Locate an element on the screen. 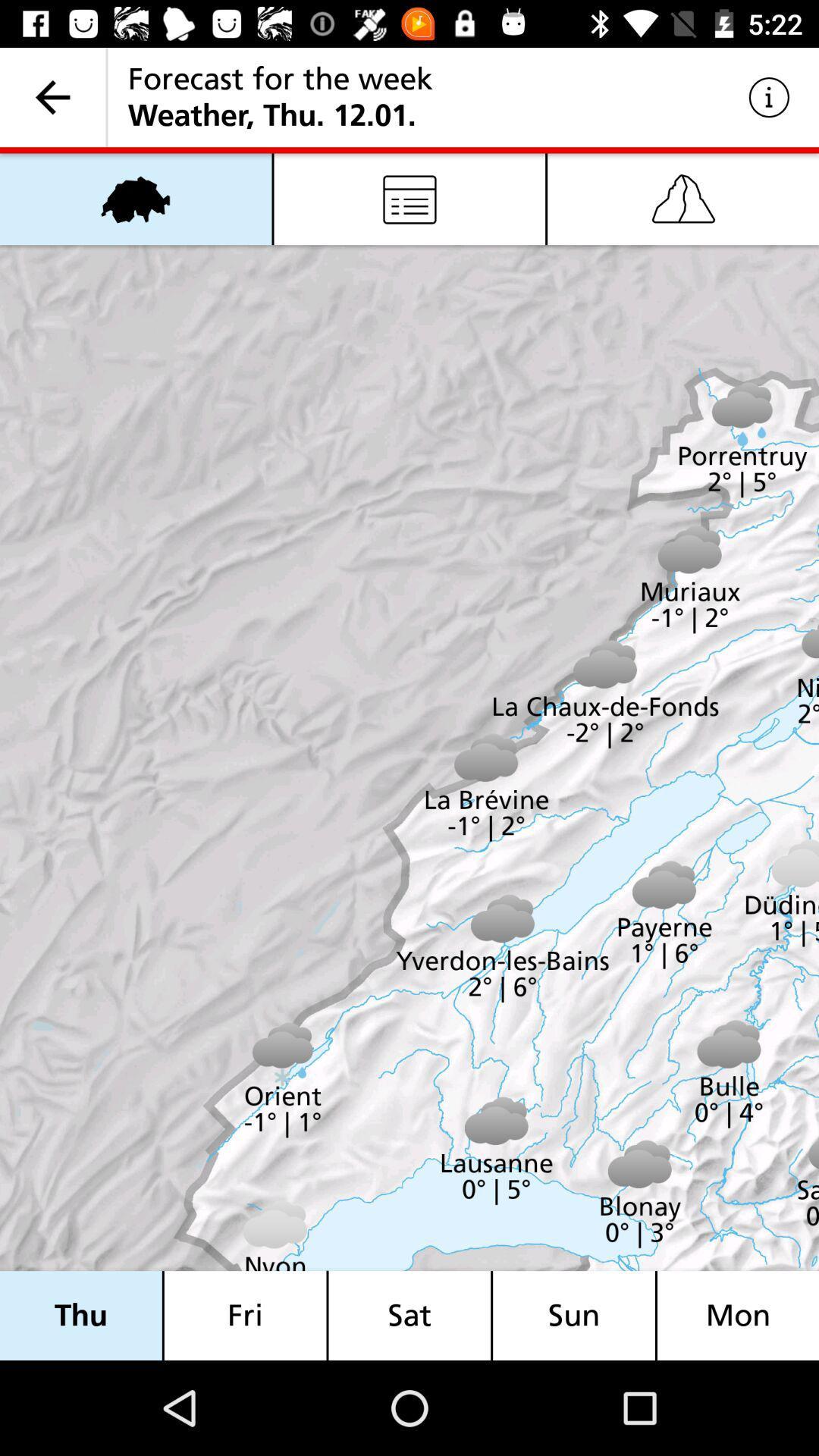 This screenshot has height=1456, width=819. the item to the left of the mon icon is located at coordinates (574, 1315).